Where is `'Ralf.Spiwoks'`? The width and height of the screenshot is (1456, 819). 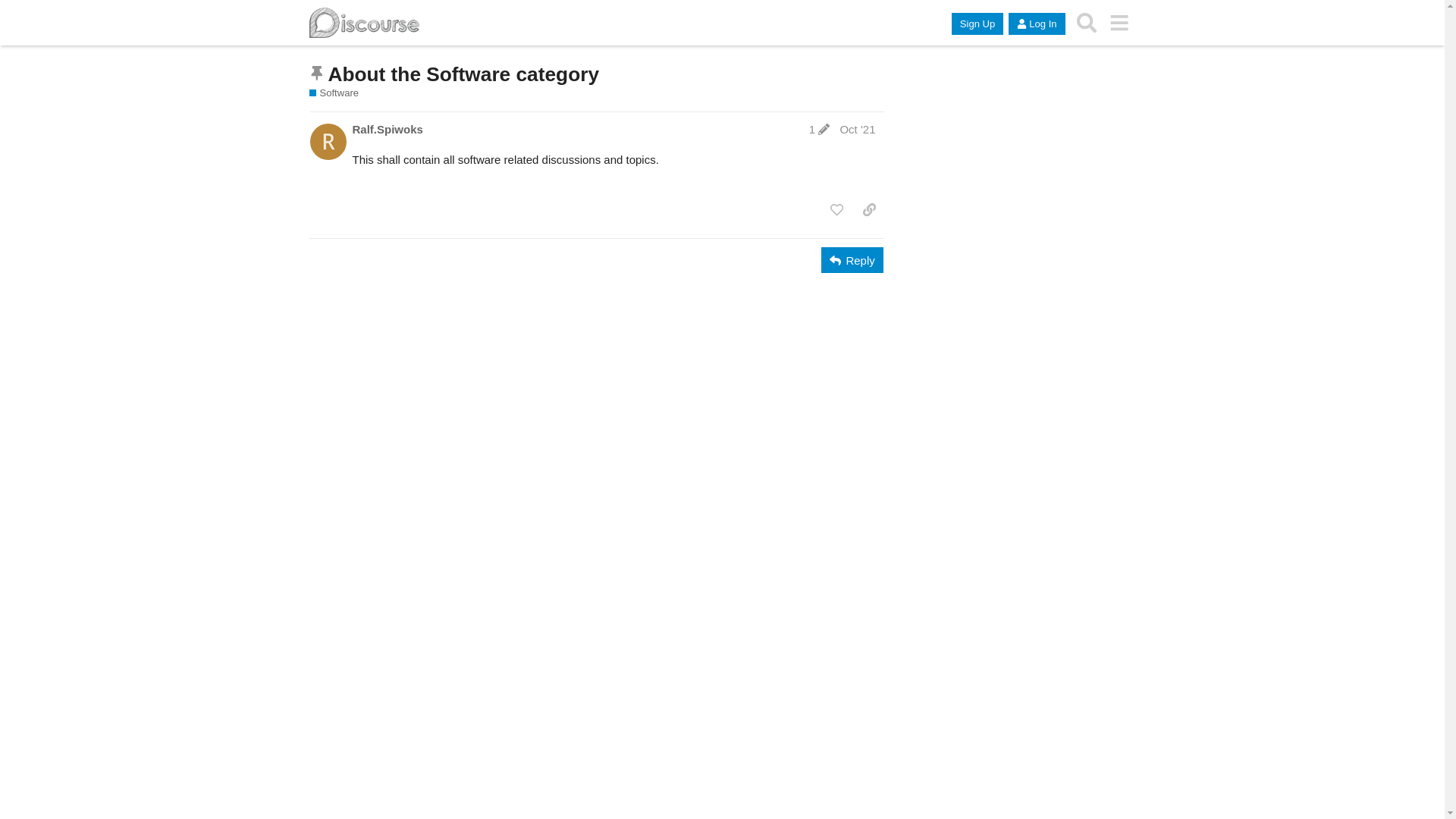 'Ralf.Spiwoks' is located at coordinates (351, 128).